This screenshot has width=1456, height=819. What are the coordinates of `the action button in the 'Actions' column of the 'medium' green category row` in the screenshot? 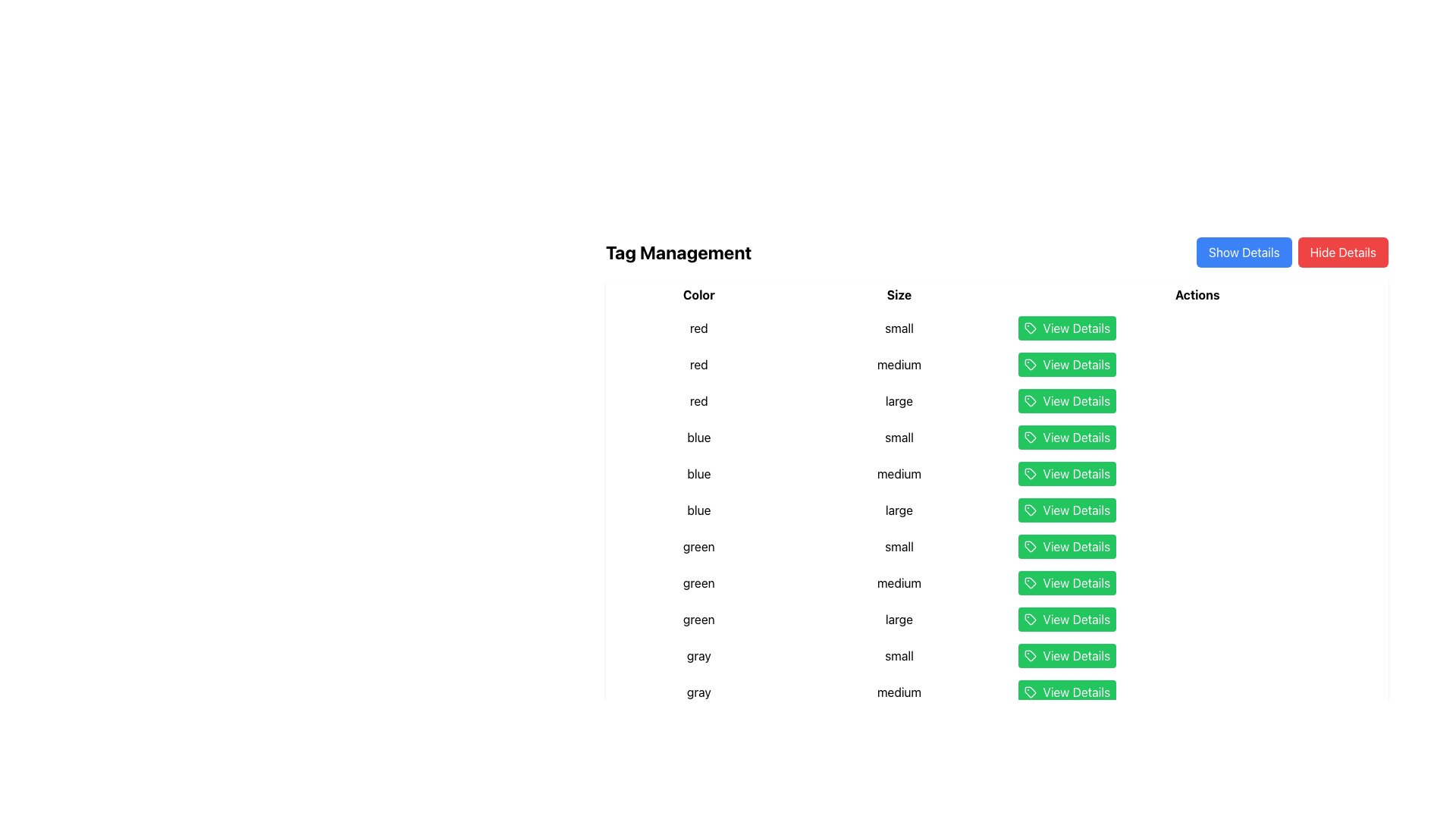 It's located at (997, 582).